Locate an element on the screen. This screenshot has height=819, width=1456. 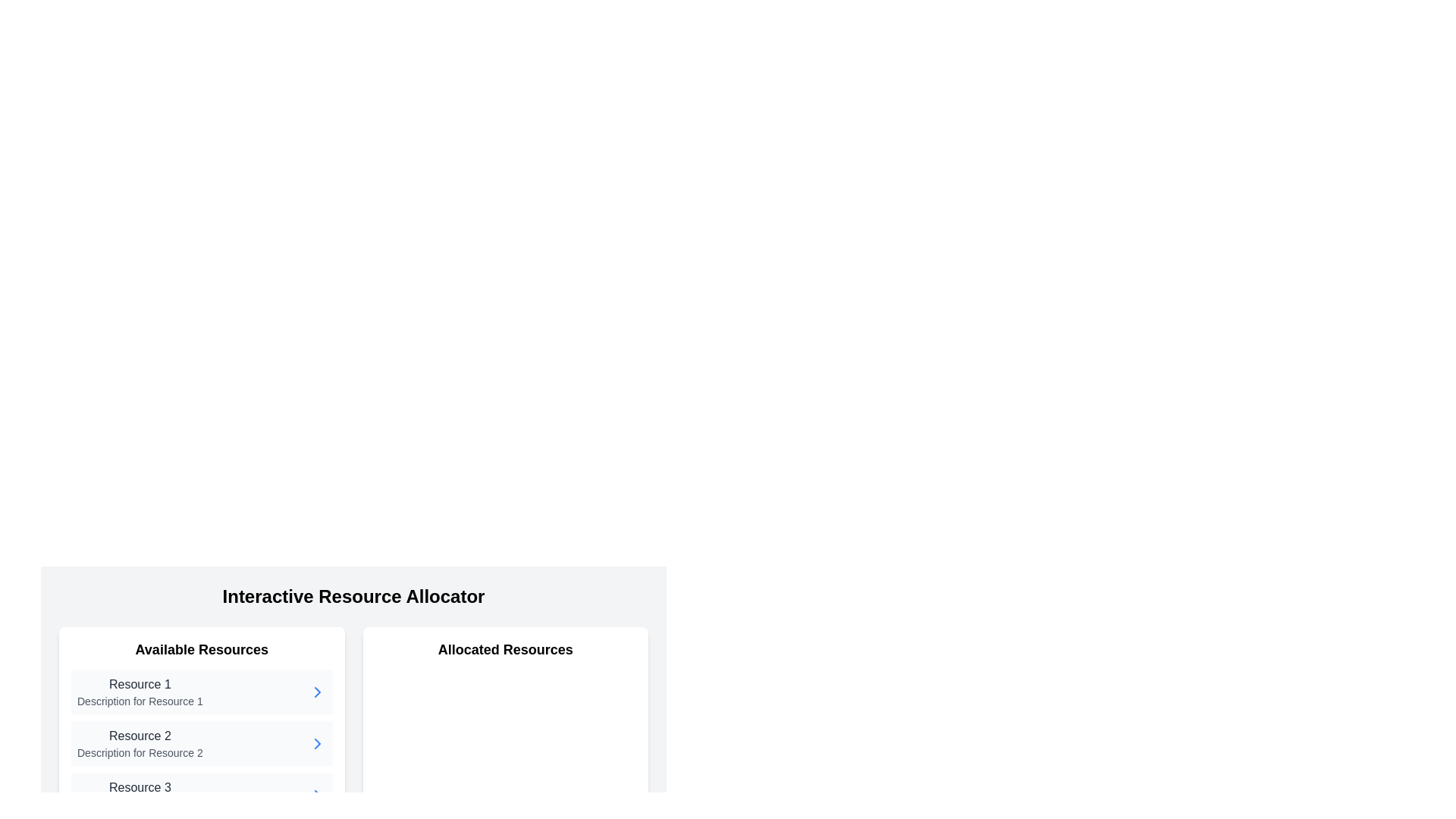
the first selectable list item under 'Available Resources' in the left column, which contains text content for a resource is located at coordinates (140, 692).